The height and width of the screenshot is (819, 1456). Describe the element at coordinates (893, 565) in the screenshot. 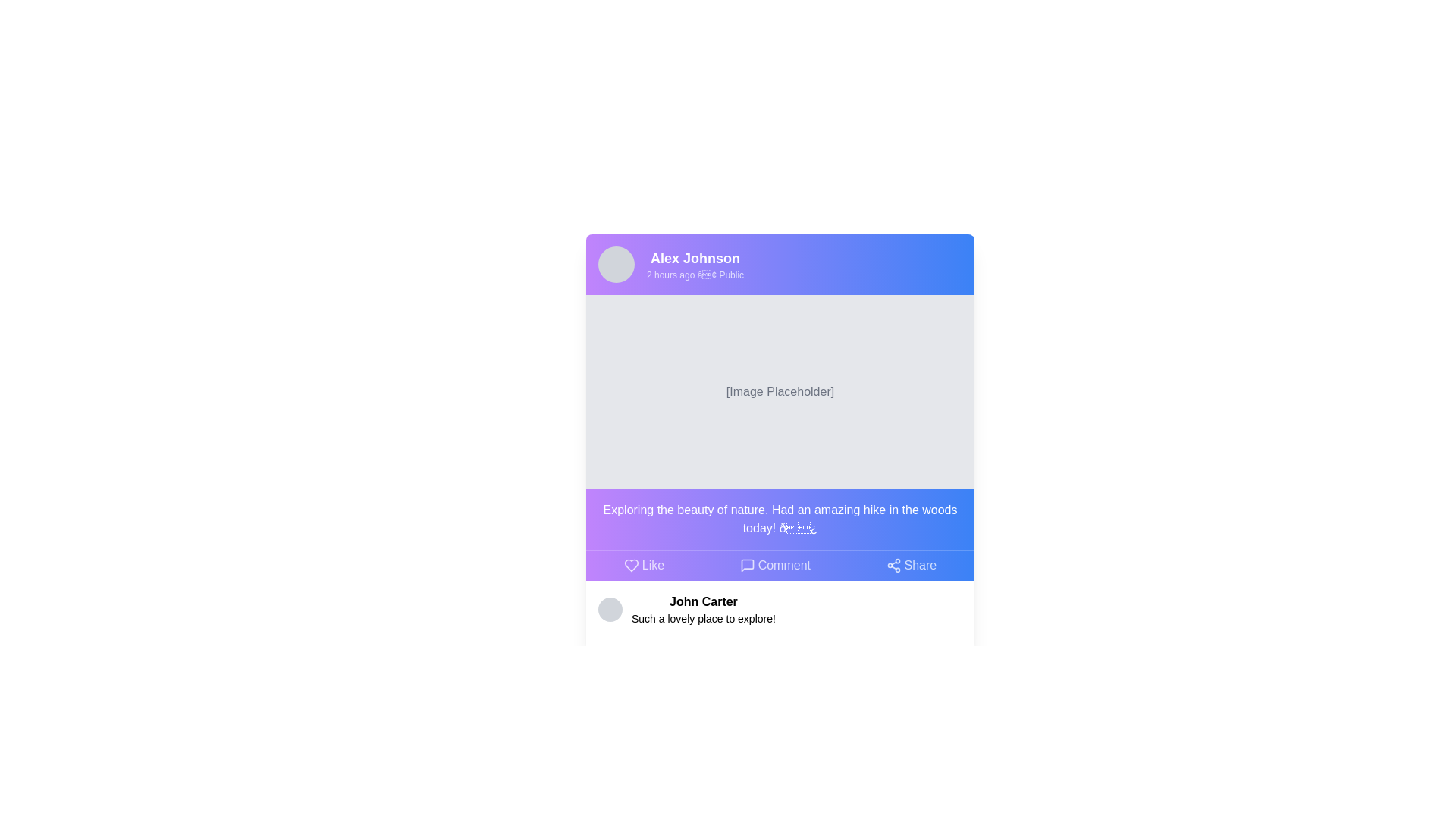

I see `the share icon, which is a minimalist design with interconnected circles and lines, located to the left of the 'Share' text in the bottom-right corner of the main post section` at that location.